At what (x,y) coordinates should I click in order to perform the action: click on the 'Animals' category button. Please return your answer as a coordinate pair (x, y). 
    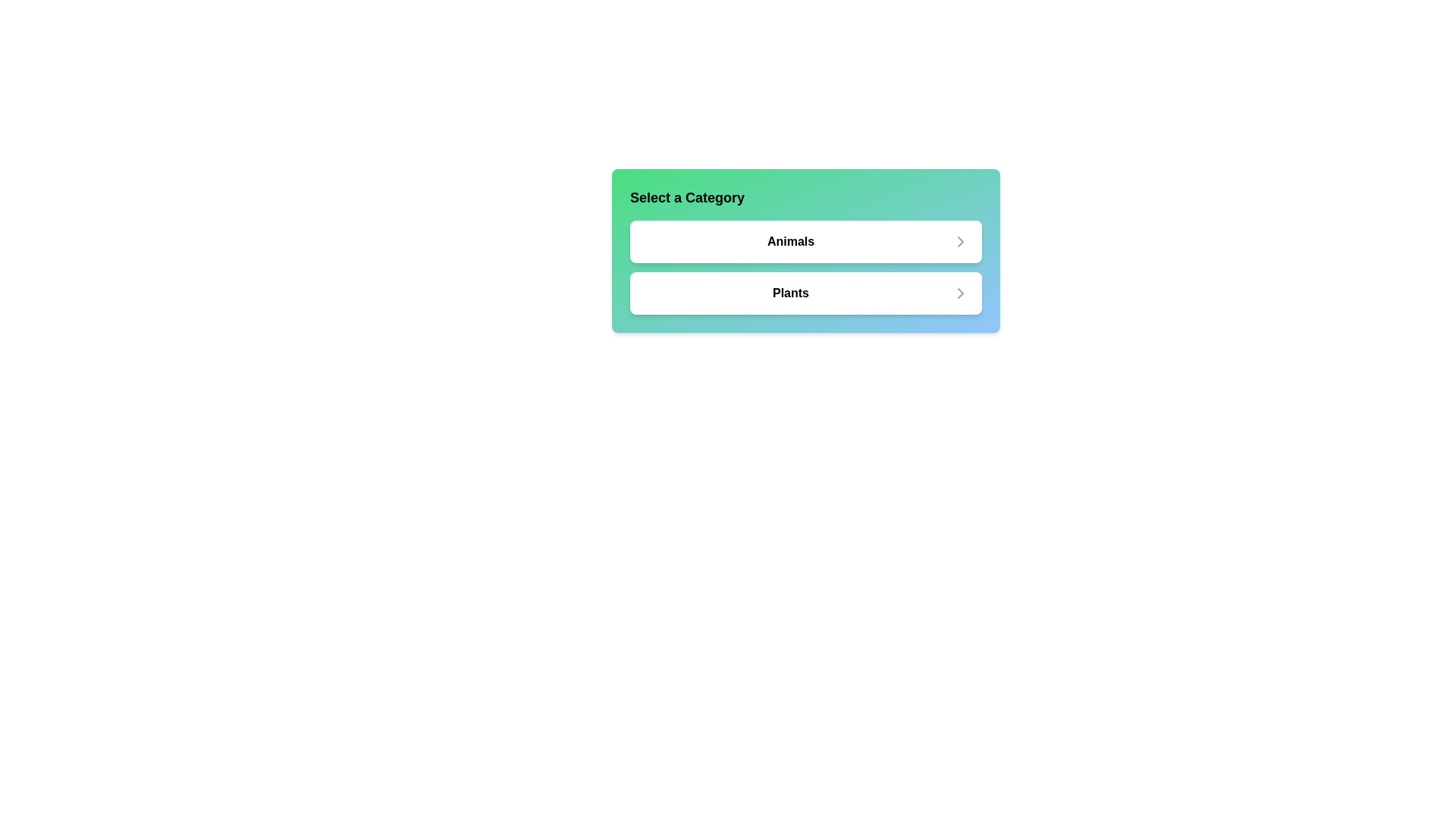
    Looking at the image, I should click on (805, 250).